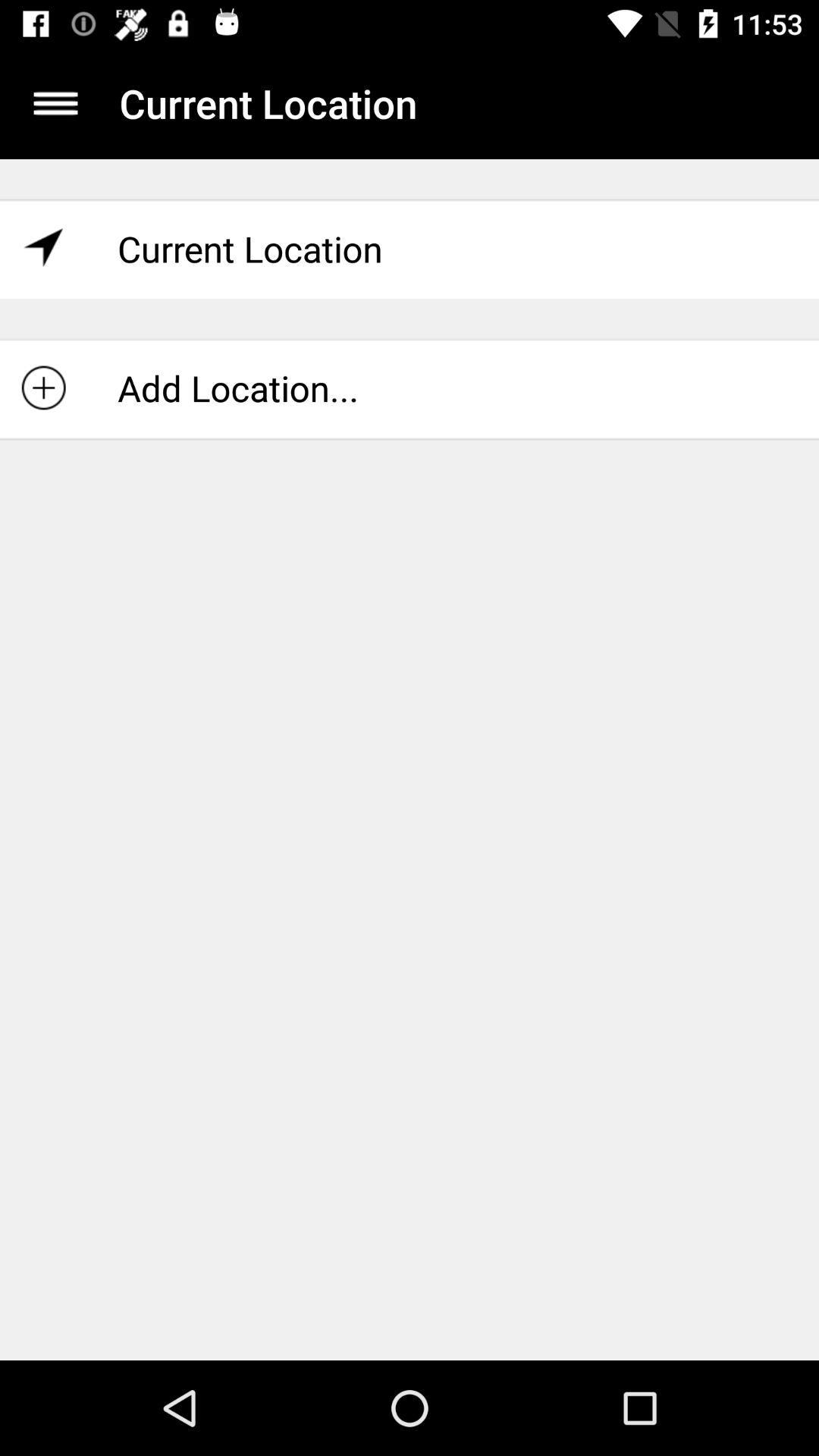 Image resolution: width=819 pixels, height=1456 pixels. What do you see at coordinates (55, 102) in the screenshot?
I see `open main menu` at bounding box center [55, 102].